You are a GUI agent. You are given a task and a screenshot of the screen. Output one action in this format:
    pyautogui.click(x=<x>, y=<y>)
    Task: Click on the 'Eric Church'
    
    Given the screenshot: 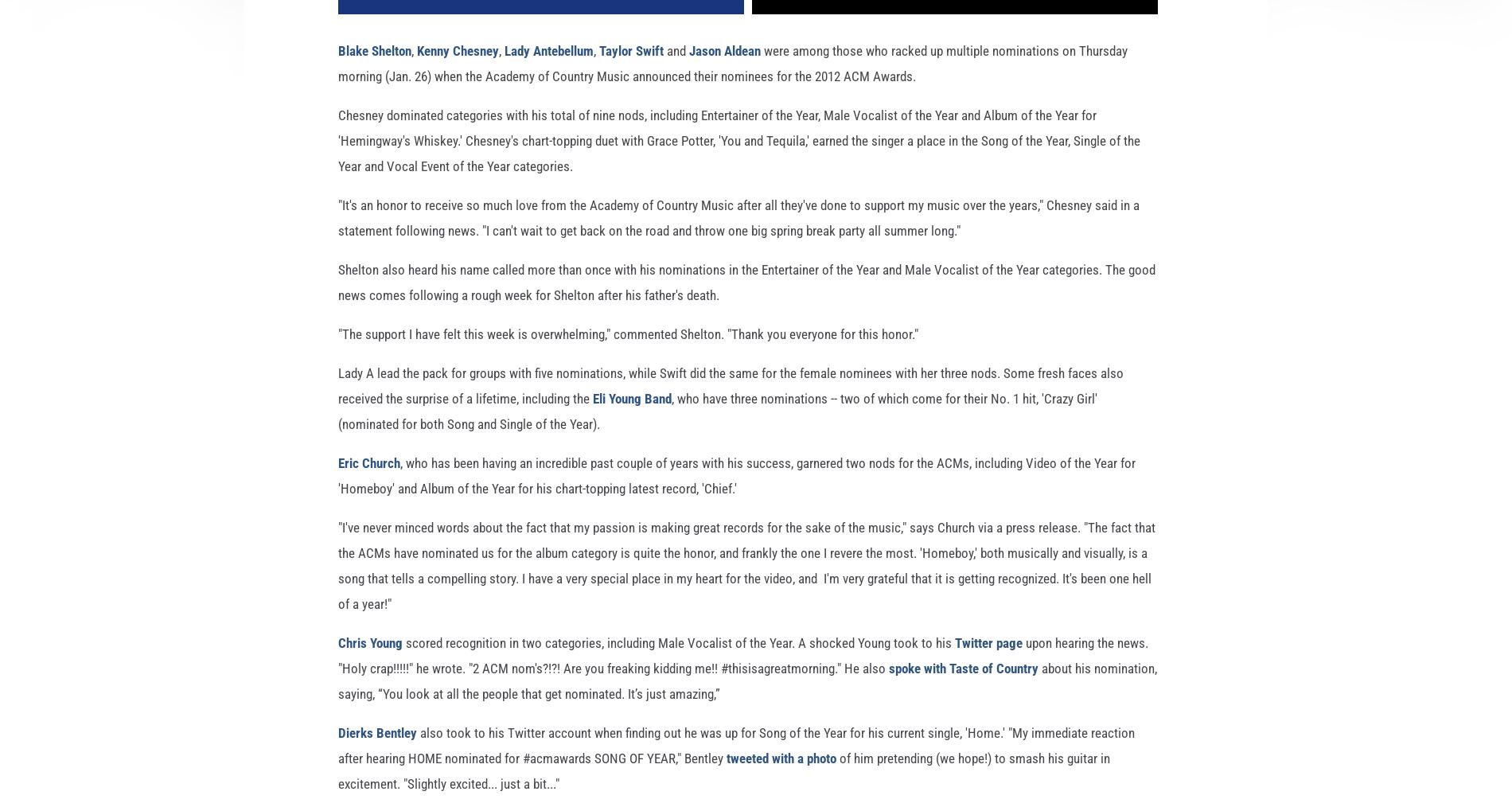 What is the action you would take?
    pyautogui.click(x=368, y=489)
    